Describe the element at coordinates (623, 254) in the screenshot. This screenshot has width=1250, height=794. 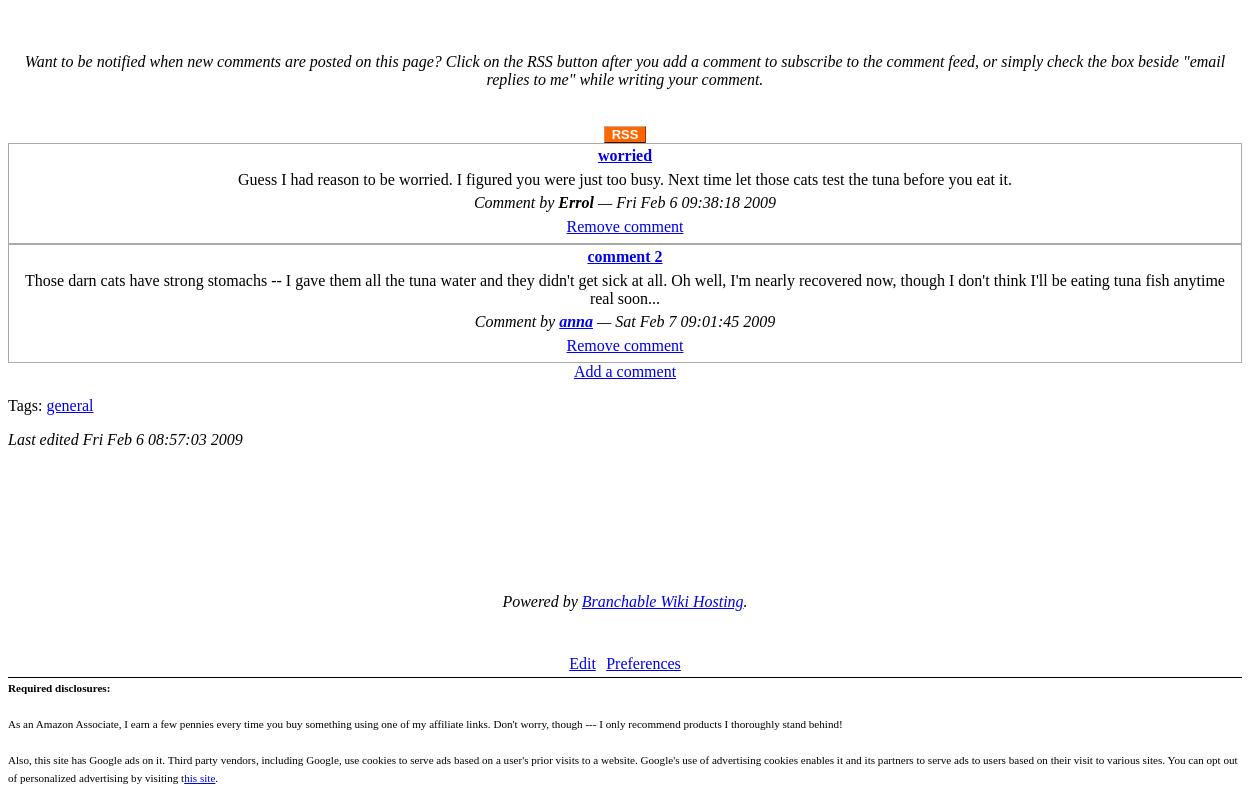
I see `'comment 2'` at that location.